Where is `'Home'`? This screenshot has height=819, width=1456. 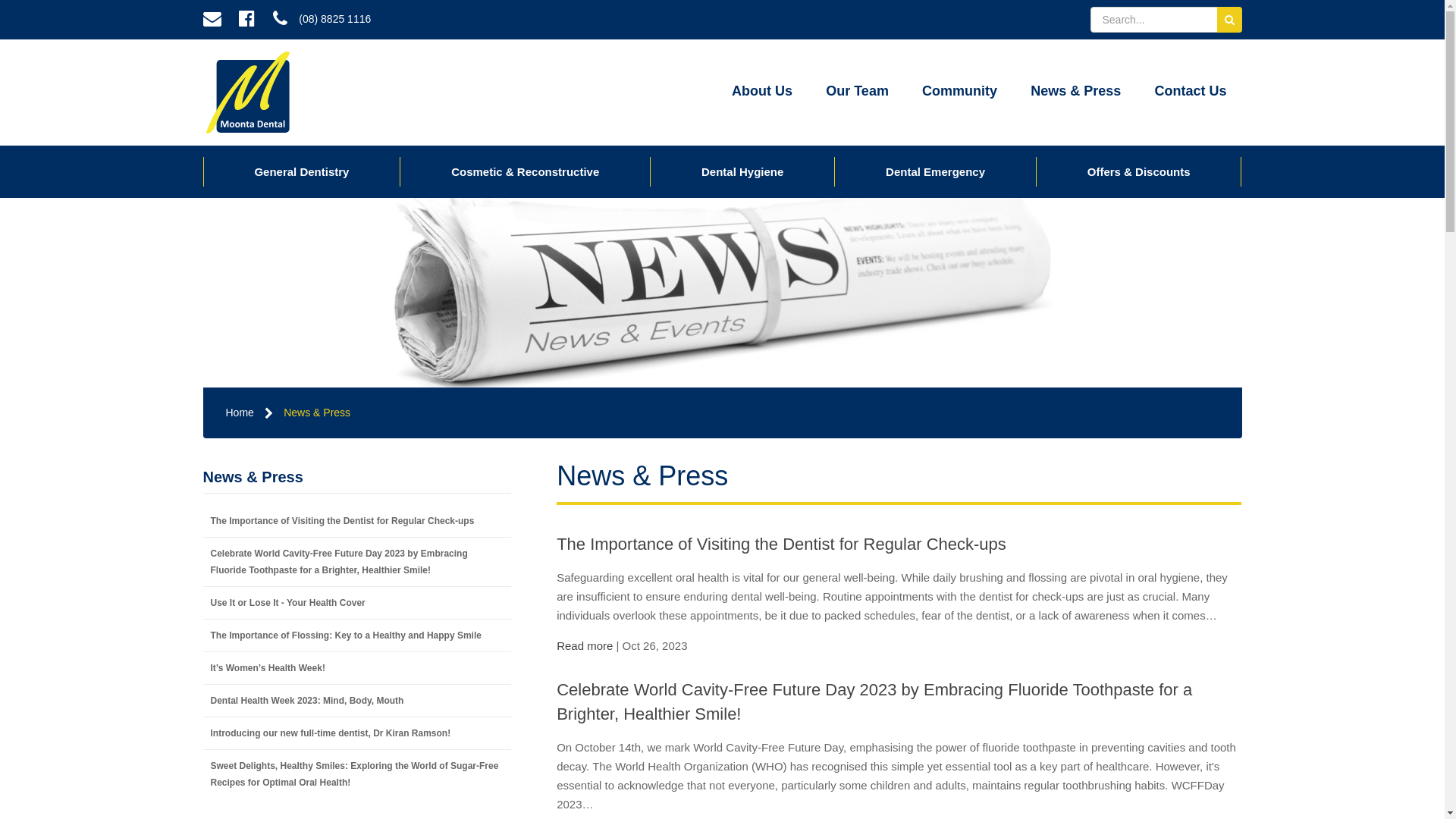 'Home' is located at coordinates (239, 412).